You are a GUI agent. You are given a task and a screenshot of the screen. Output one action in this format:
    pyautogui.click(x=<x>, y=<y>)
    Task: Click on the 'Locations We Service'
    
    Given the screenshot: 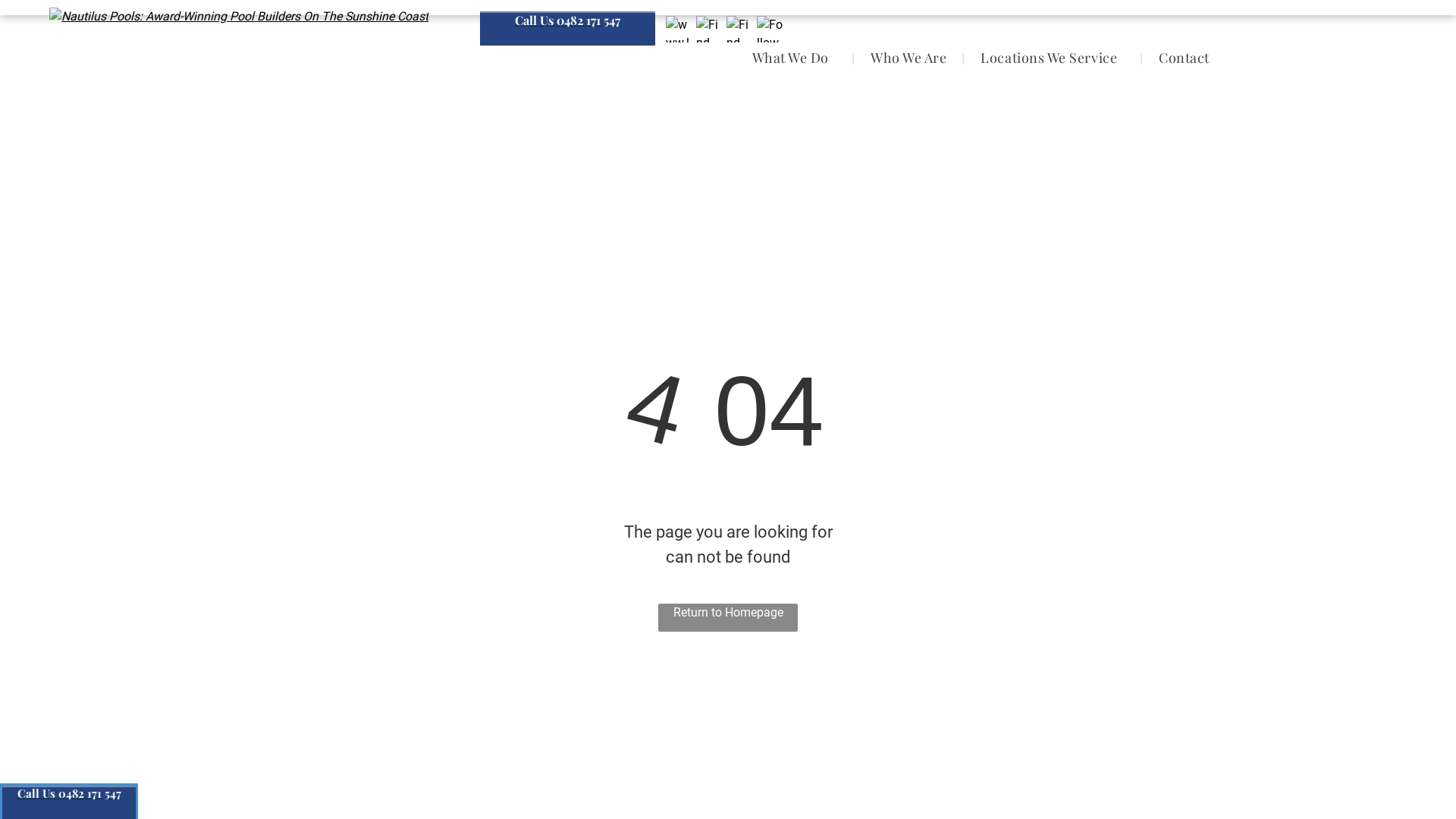 What is the action you would take?
    pyautogui.click(x=964, y=57)
    